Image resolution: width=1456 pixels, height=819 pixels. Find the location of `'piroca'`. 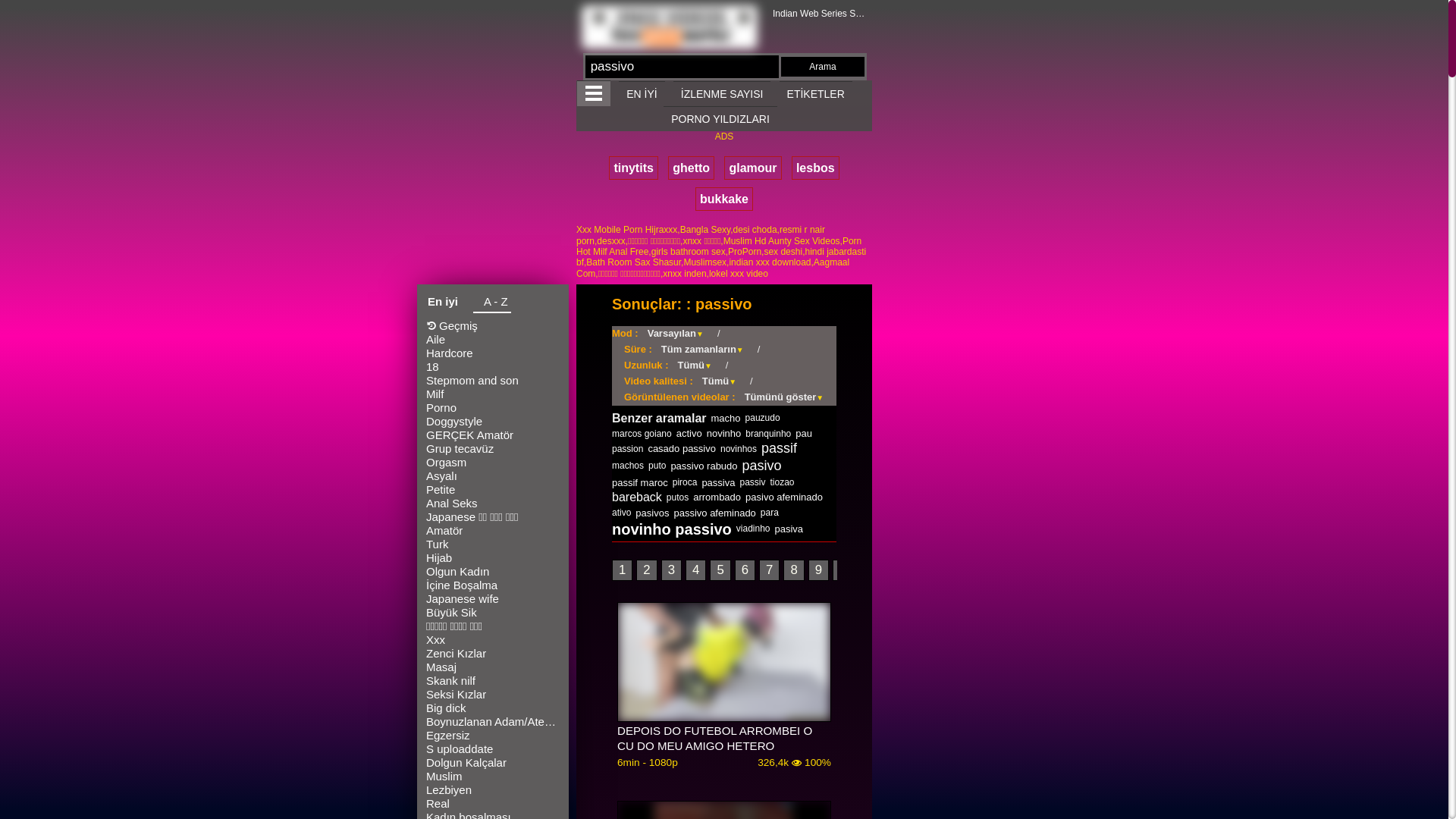

'piroca' is located at coordinates (684, 482).